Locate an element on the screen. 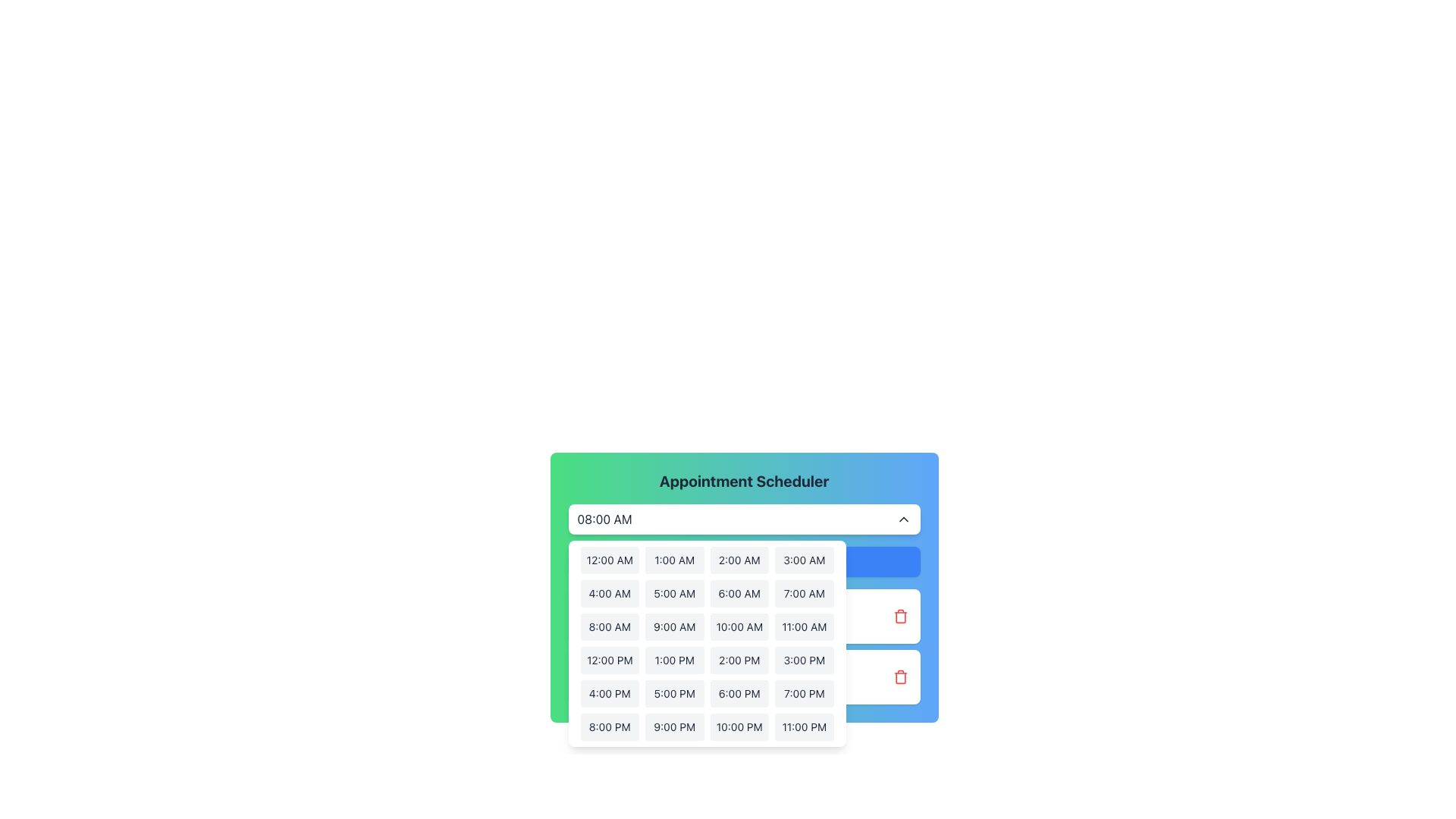 This screenshot has width=1456, height=819. the rounded rectangular button labeled '5:00 PM' is located at coordinates (673, 693).